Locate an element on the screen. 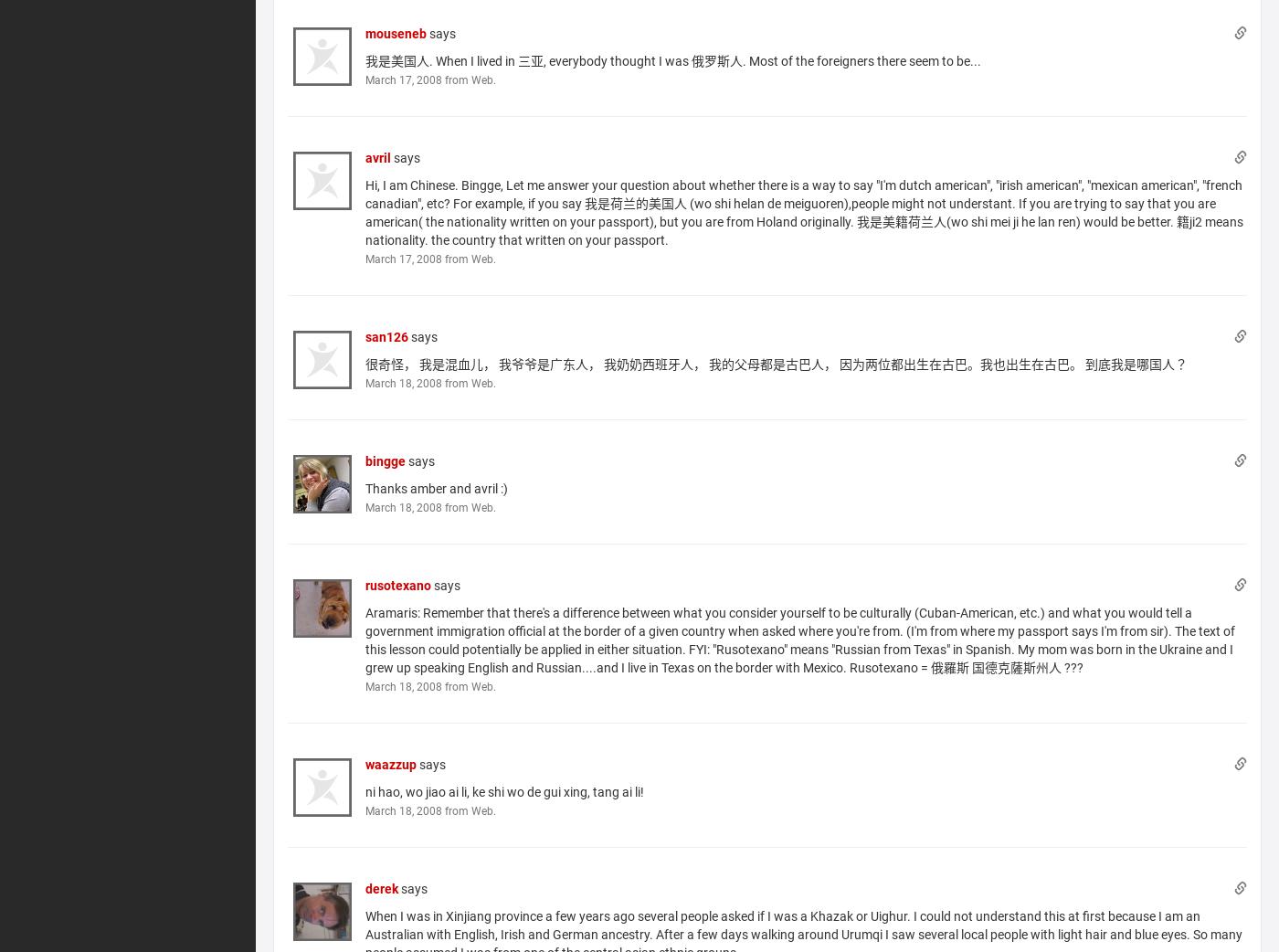  'Hi, I am Chinese.  Bingge, Let me answer your question about whether there is a way to say "I'm dutch american", "irish american", "mexican american", "french canadian", etc?
For example, if you say 我是荷兰的美国人 (wo shi helan de meiguoren),people might not understant.    

If you are trying to say that you are american( the nationality written on your passport), but you are from Holand originally.  我是美籍荷兰人(wo shi mei ji he lan ren) would be better. 籍ji2 means nationality. the country that written on your passport.' is located at coordinates (804, 210).